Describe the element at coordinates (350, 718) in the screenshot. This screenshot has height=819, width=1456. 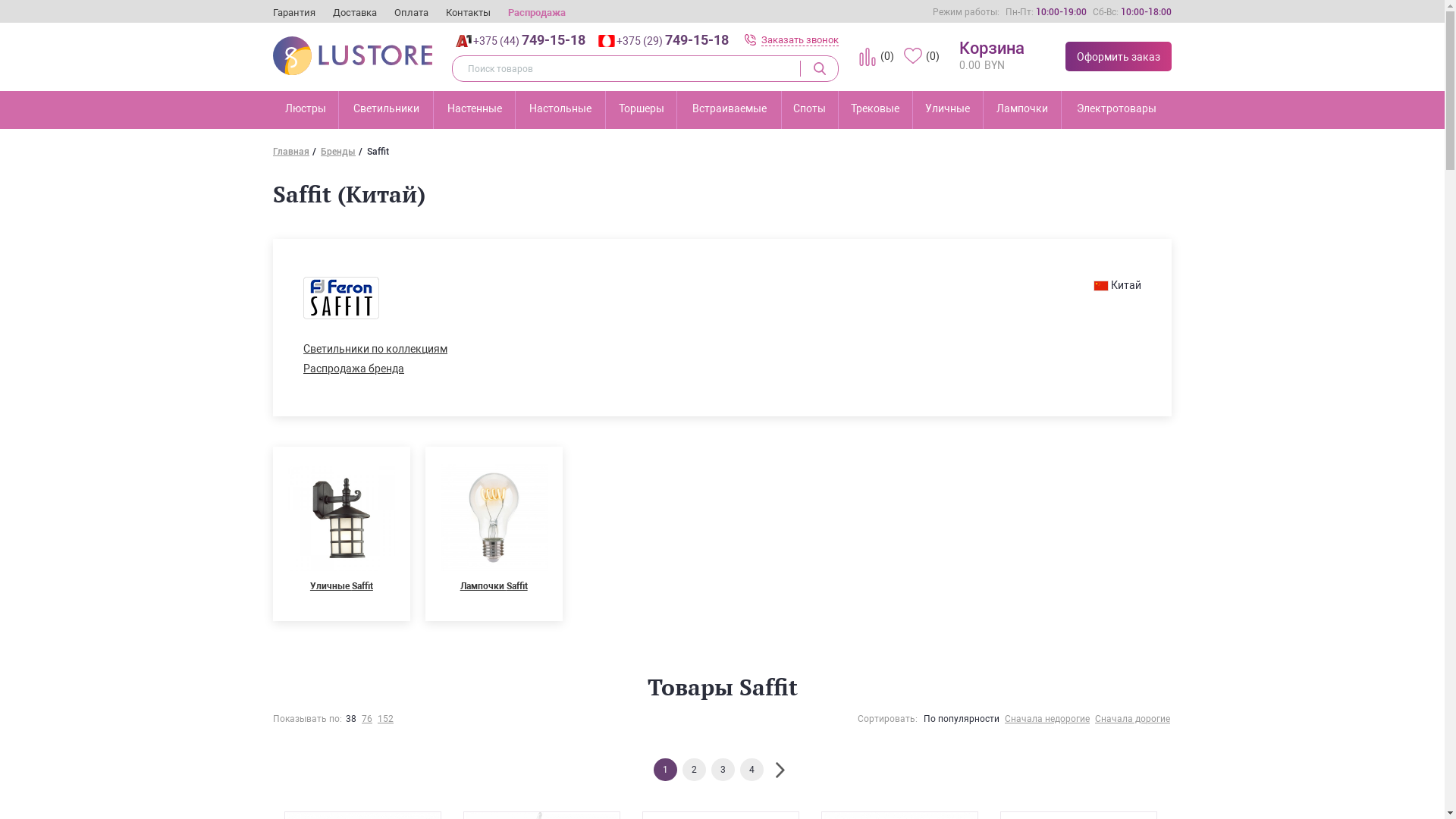
I see `'38'` at that location.